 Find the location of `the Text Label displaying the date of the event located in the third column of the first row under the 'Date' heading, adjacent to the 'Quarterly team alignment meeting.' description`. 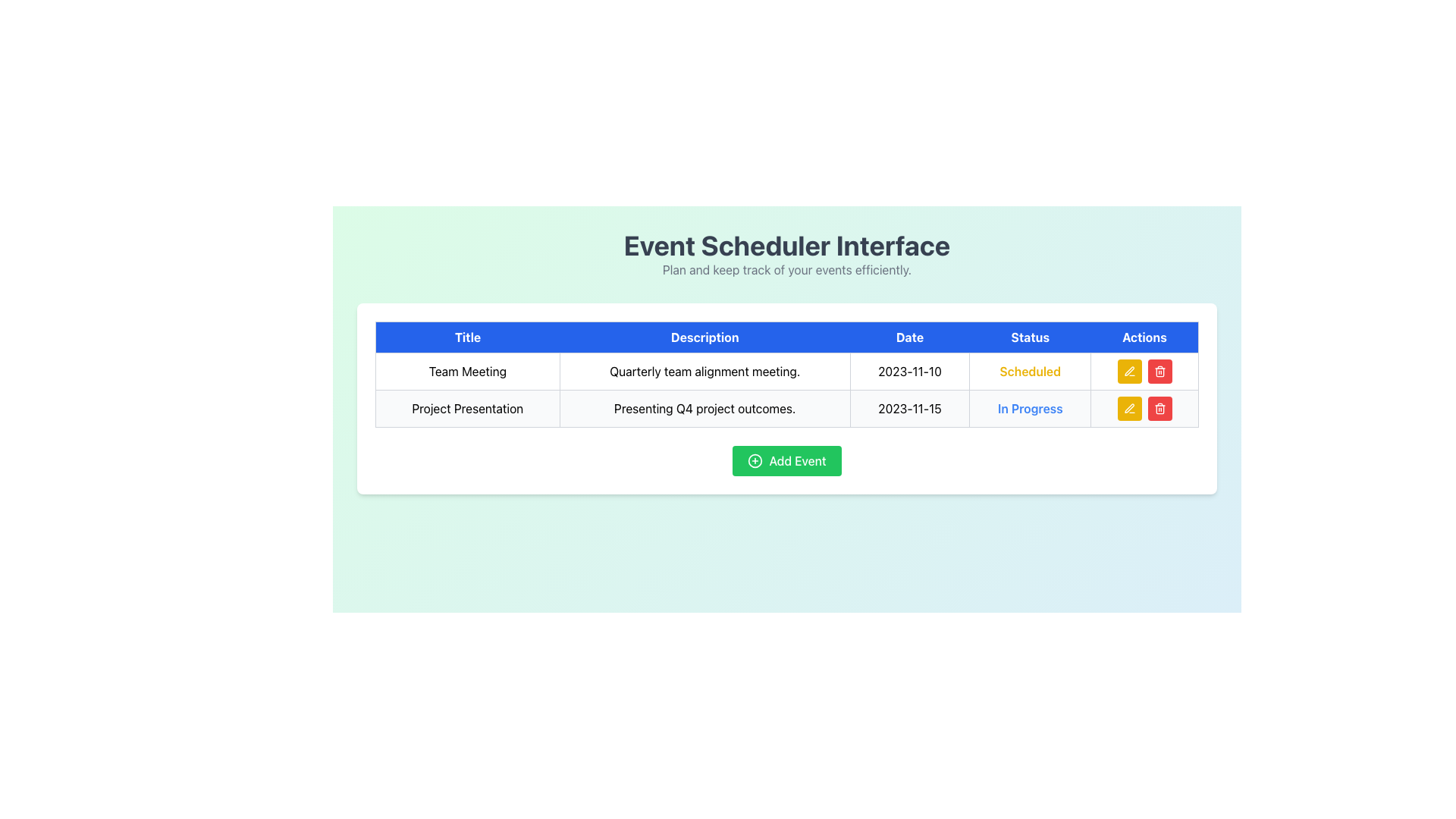

the Text Label displaying the date of the event located in the third column of the first row under the 'Date' heading, adjacent to the 'Quarterly team alignment meeting.' description is located at coordinates (910, 371).